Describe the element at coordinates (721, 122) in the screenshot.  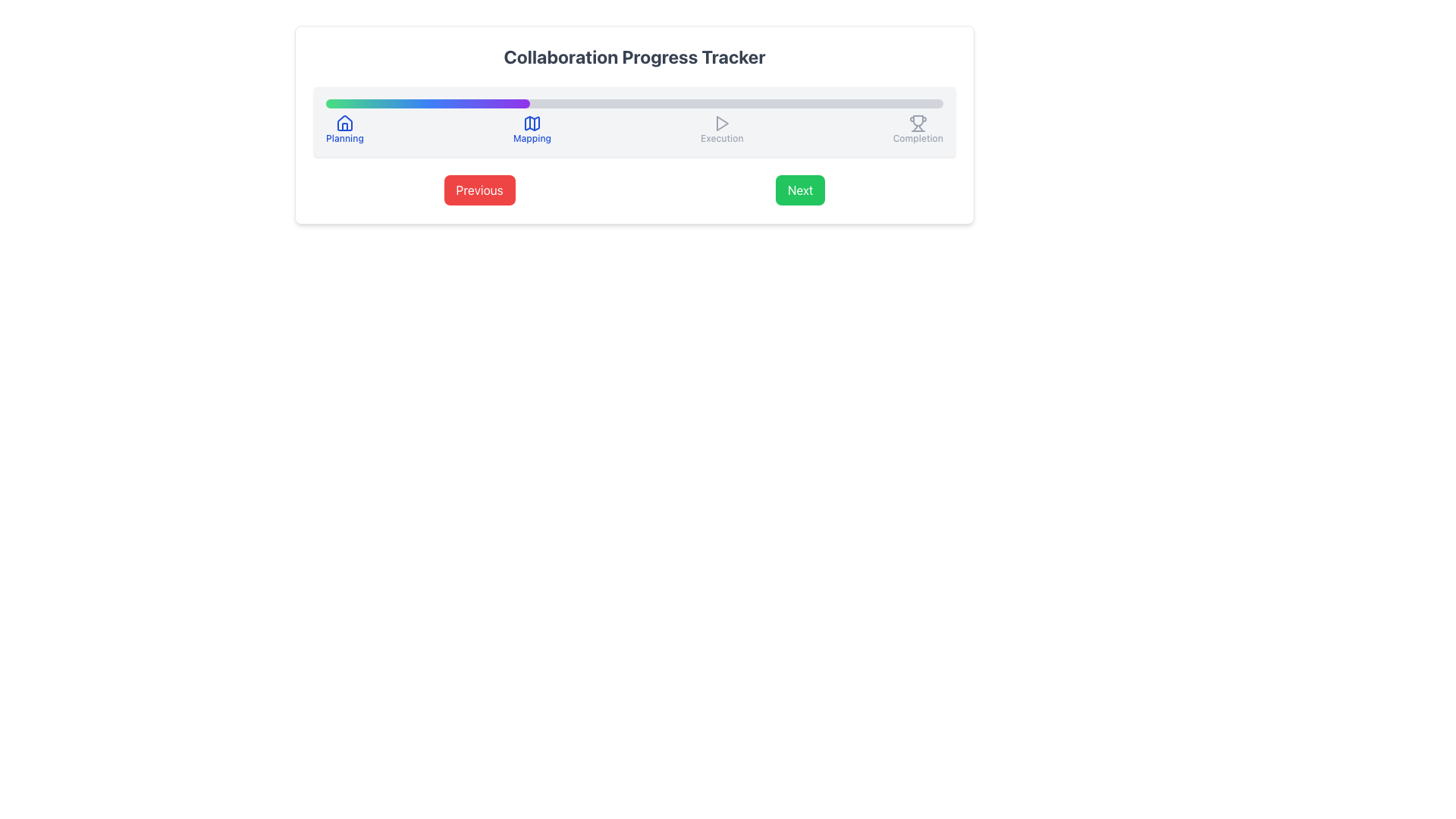
I see `the triangular play icon located in the 'Execution' section of the progress tracker, which is centrally positioned between the 'Mapping' and 'Completion' steps` at that location.